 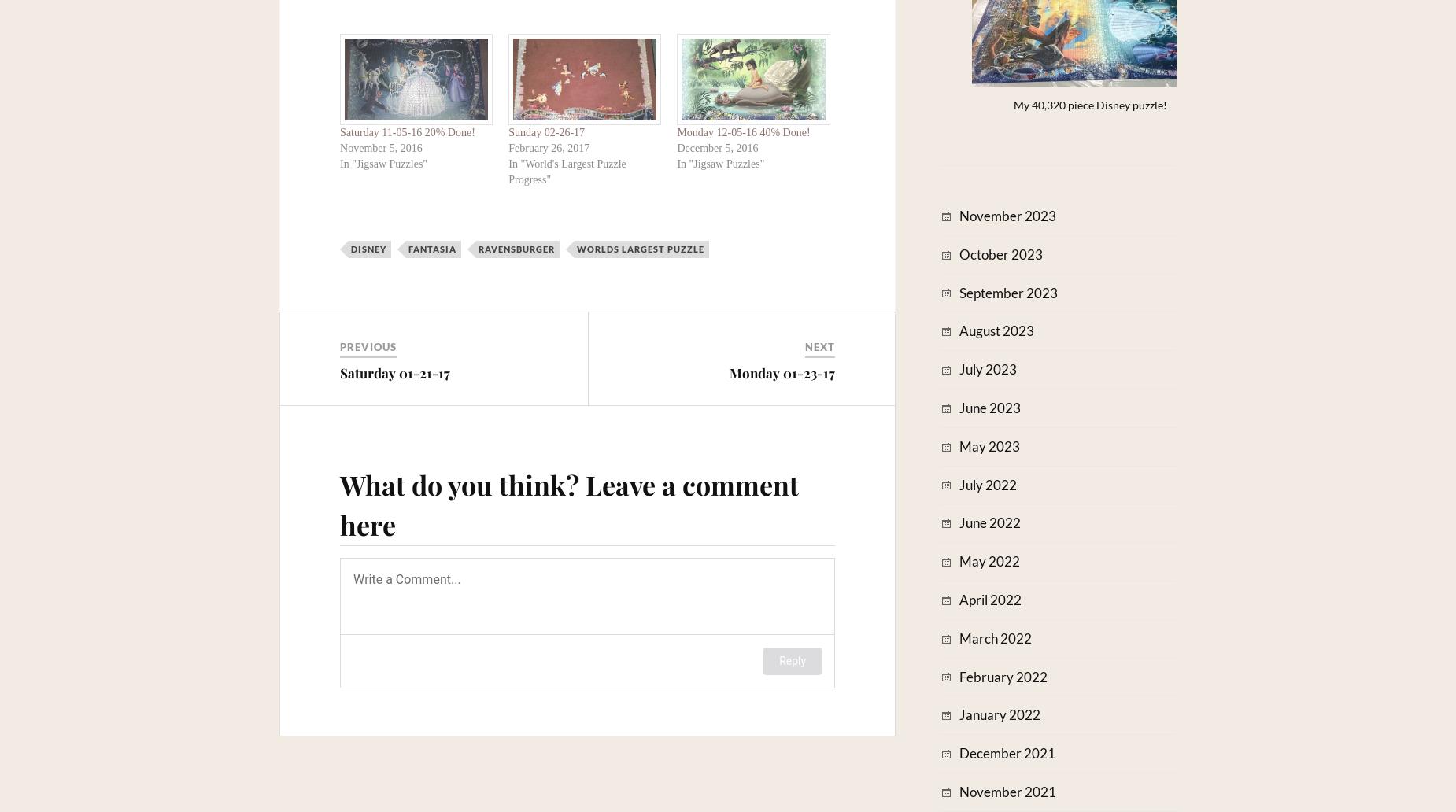 I want to click on 'What do you think? Leave a comment here', so click(x=569, y=504).